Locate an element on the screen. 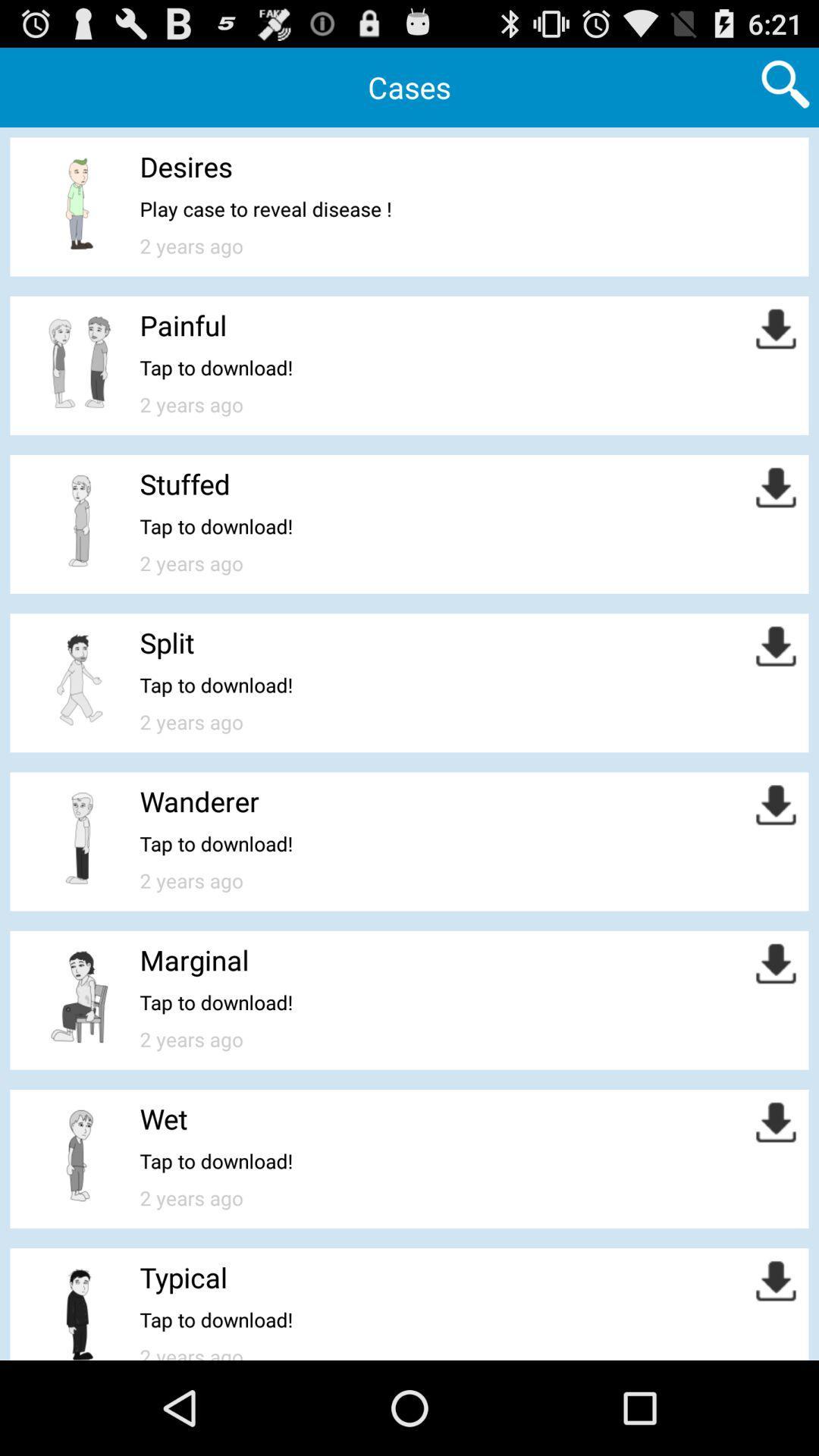 The height and width of the screenshot is (1456, 819). typical app is located at coordinates (183, 1276).